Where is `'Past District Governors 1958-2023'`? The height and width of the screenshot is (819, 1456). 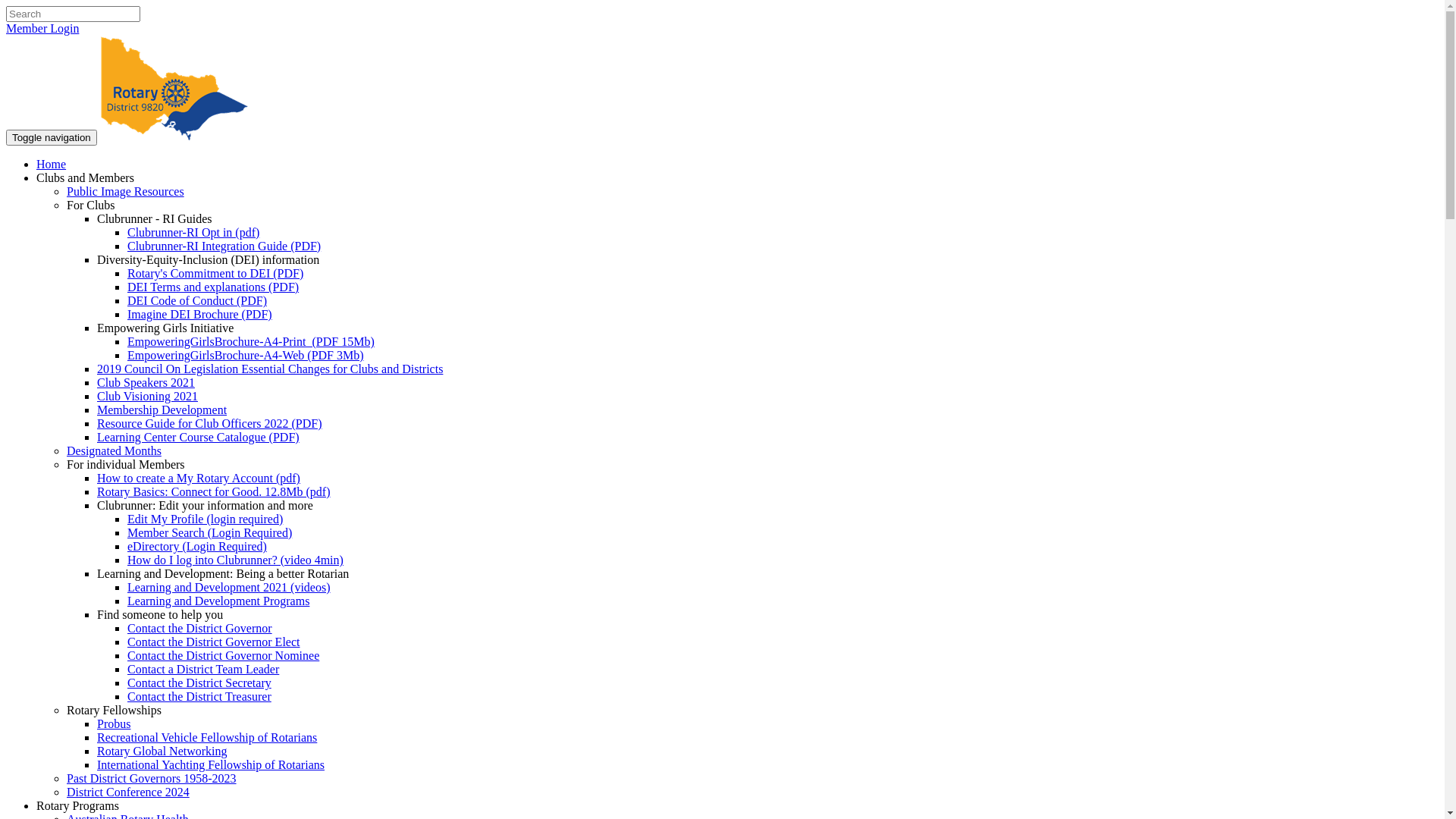 'Past District Governors 1958-2023' is located at coordinates (152, 778).